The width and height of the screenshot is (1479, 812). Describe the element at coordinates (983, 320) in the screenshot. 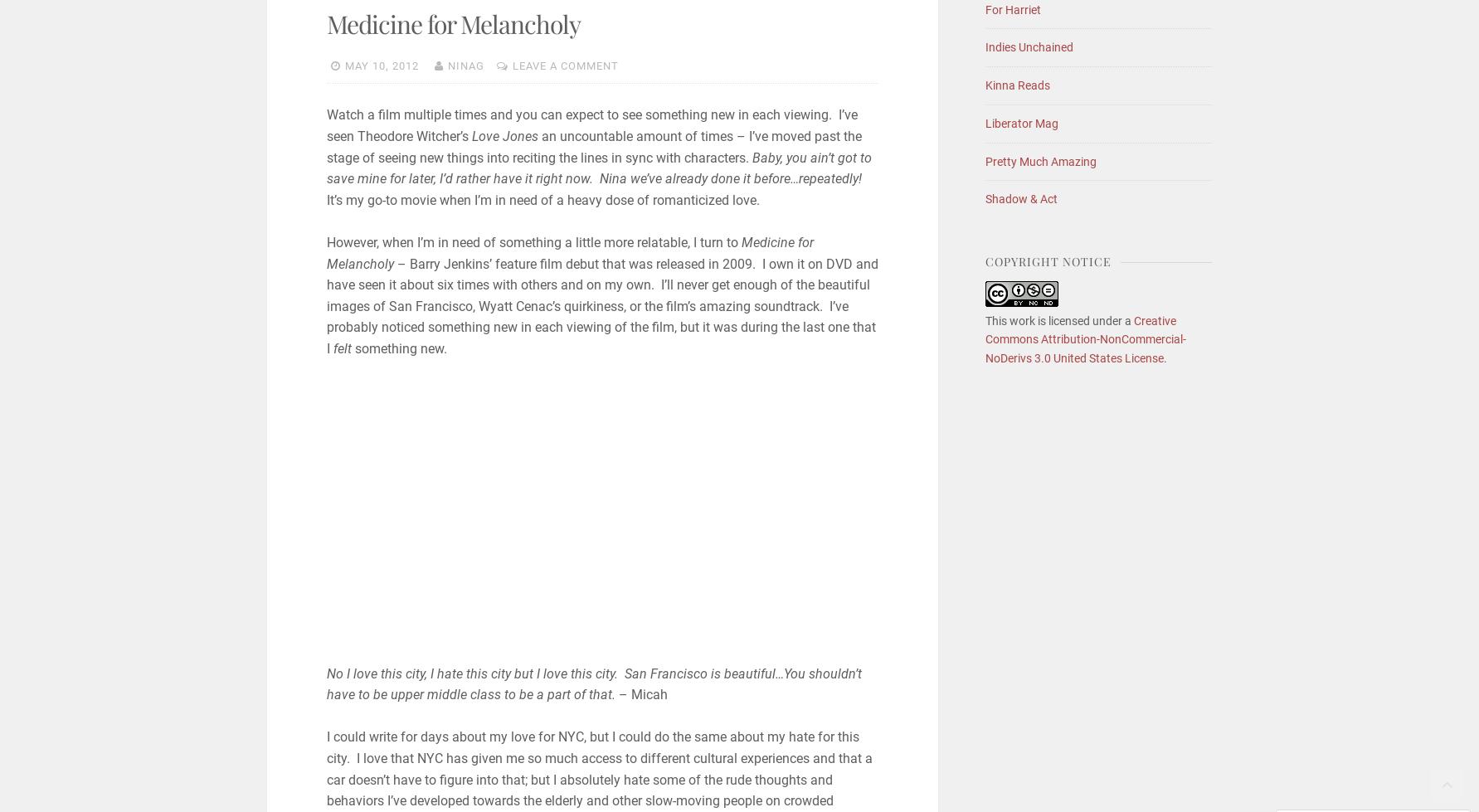

I see `'This work is licensed under a'` at that location.